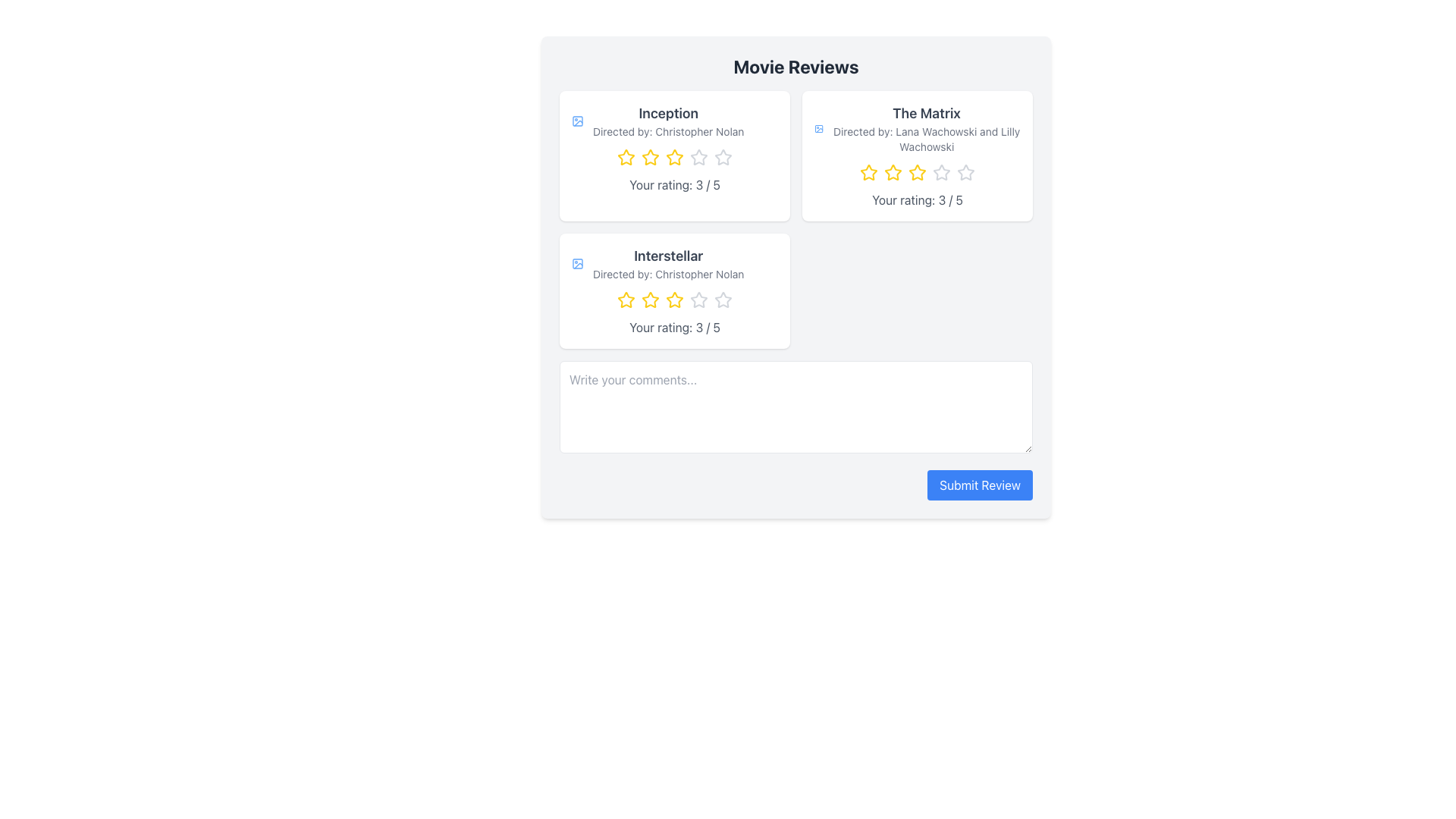 This screenshot has width=1456, height=819. What do you see at coordinates (980, 485) in the screenshot?
I see `the 'Submit Review' button, which has a blue background and white rounded corners` at bounding box center [980, 485].